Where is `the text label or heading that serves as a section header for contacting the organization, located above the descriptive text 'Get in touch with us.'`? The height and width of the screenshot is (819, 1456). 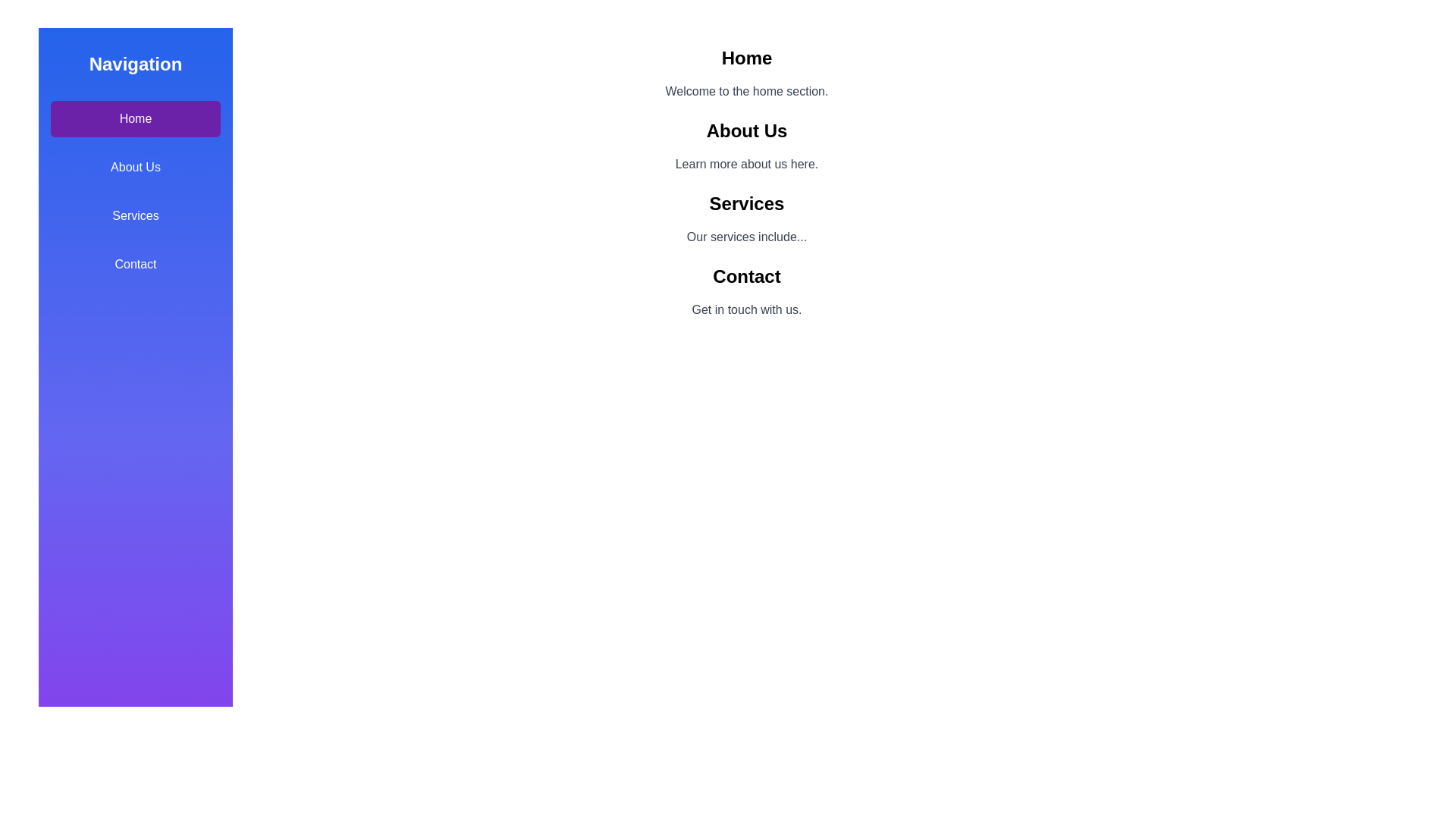 the text label or heading that serves as a section header for contacting the organization, located above the descriptive text 'Get in touch with us.' is located at coordinates (746, 277).